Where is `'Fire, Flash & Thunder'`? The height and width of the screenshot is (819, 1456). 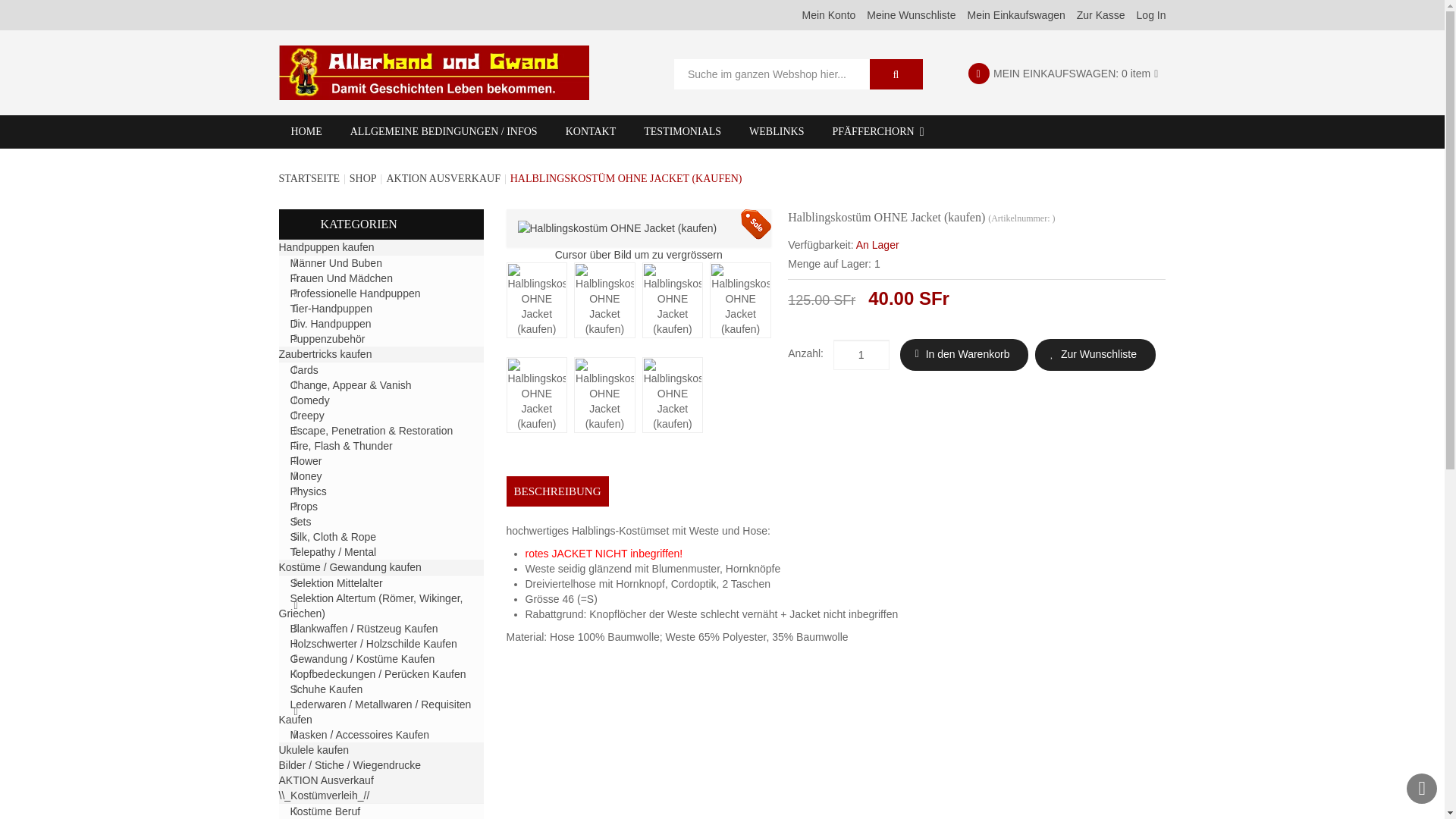 'Fire, Flash & Thunder' is located at coordinates (340, 444).